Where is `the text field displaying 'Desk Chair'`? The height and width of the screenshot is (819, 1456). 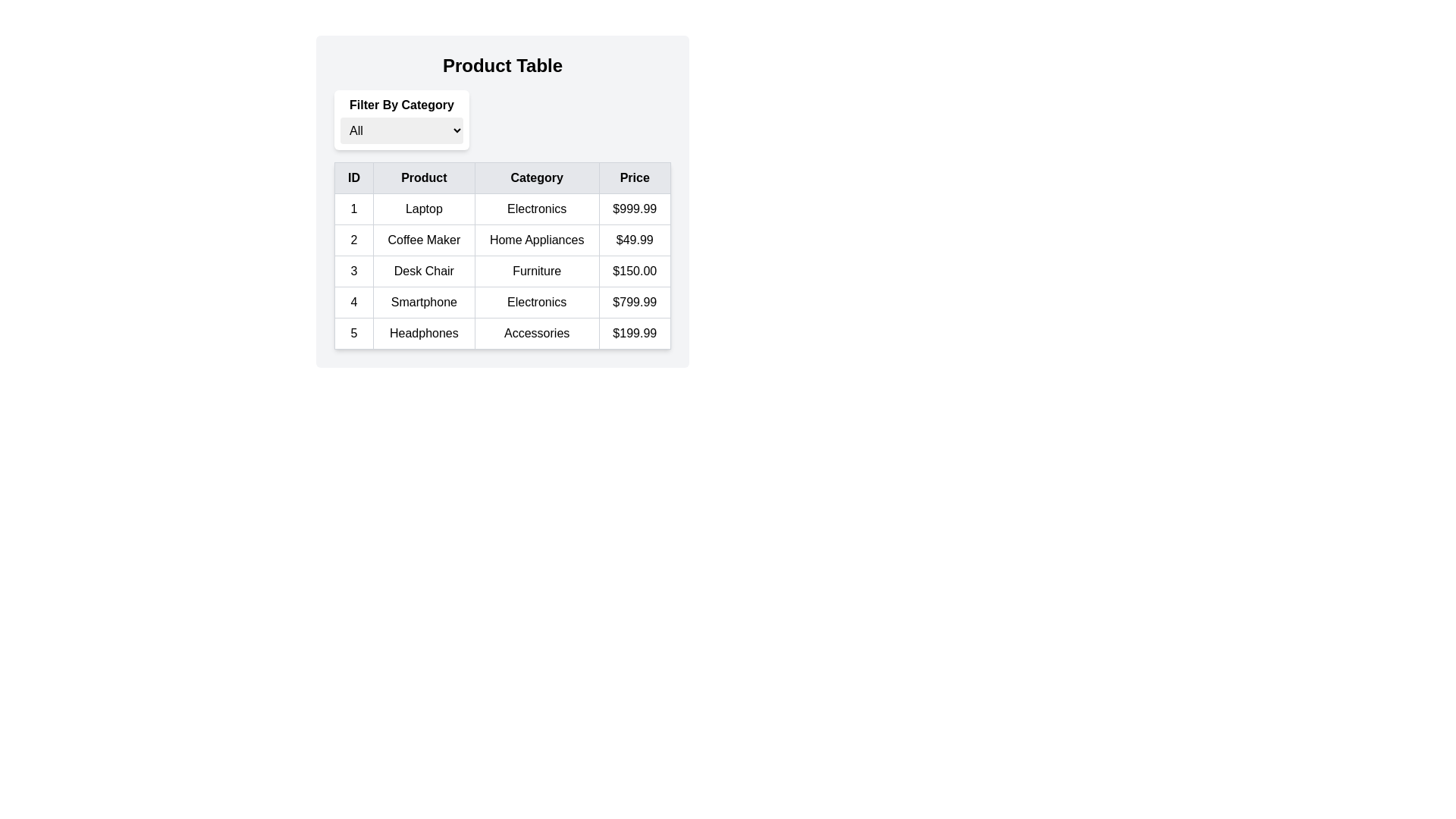 the text field displaying 'Desk Chair' is located at coordinates (424, 271).